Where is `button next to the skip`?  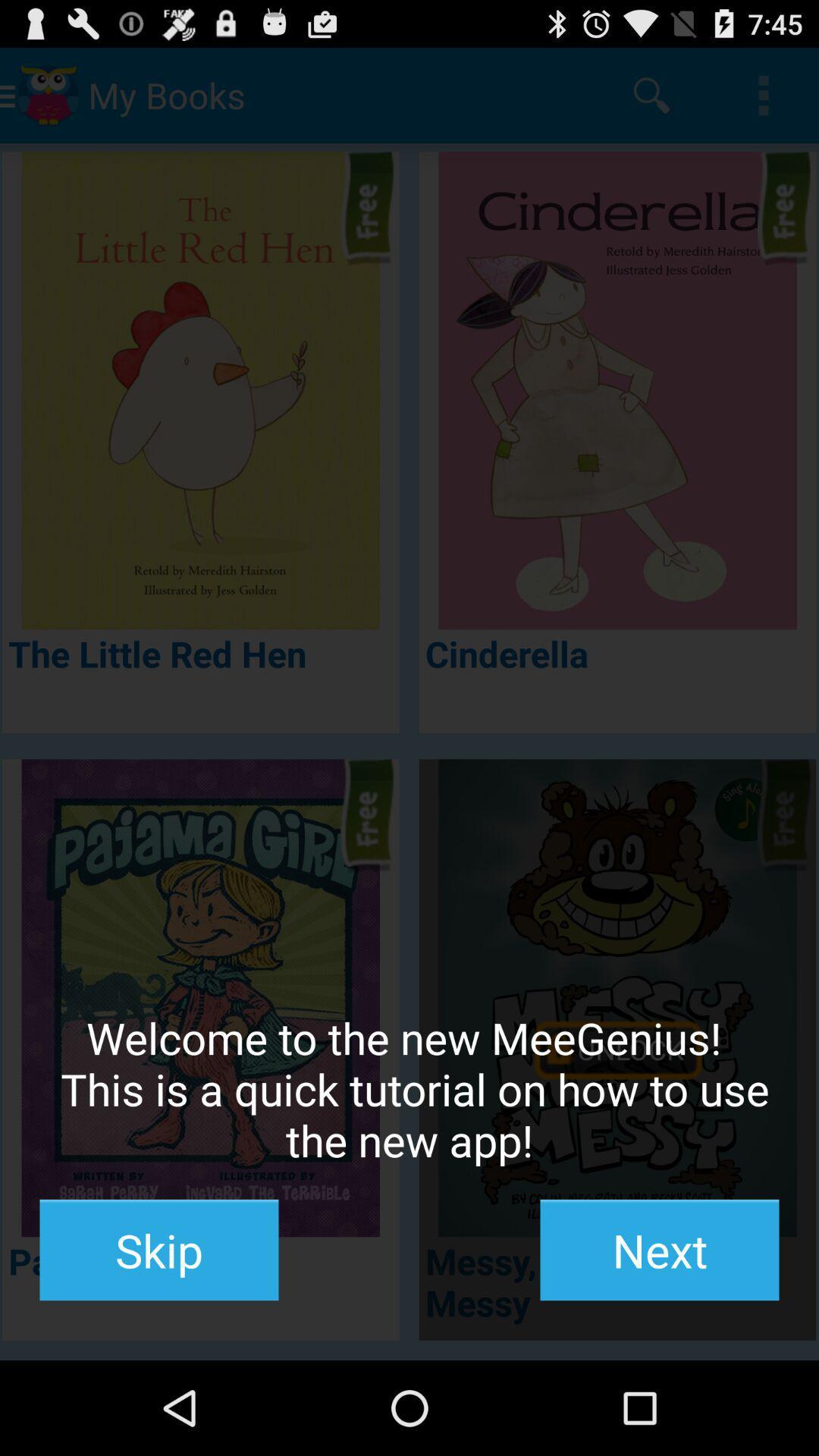 button next to the skip is located at coordinates (659, 1250).